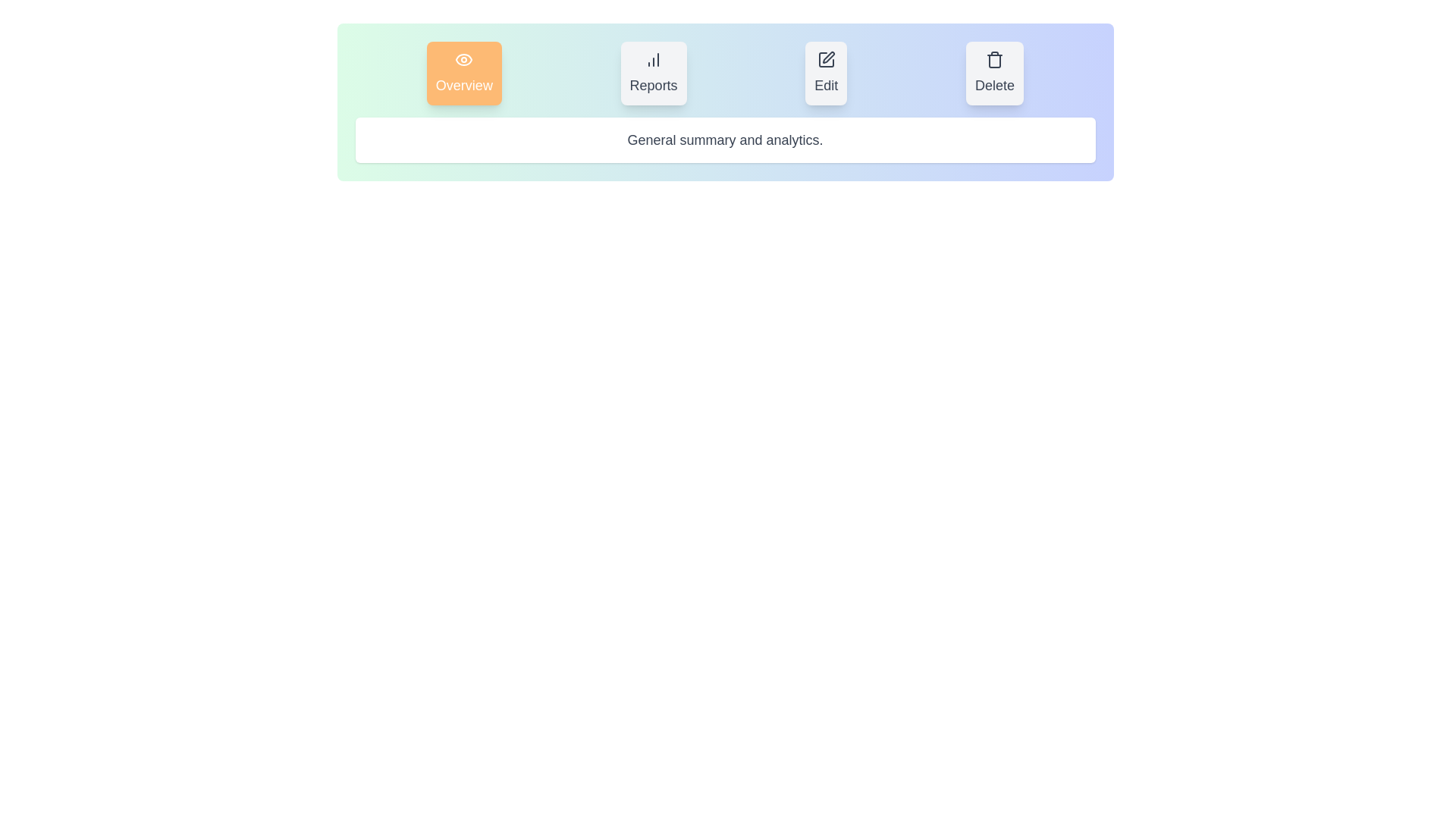 The image size is (1456, 819). I want to click on the button labeled Edit to observe its hover effect, so click(825, 73).